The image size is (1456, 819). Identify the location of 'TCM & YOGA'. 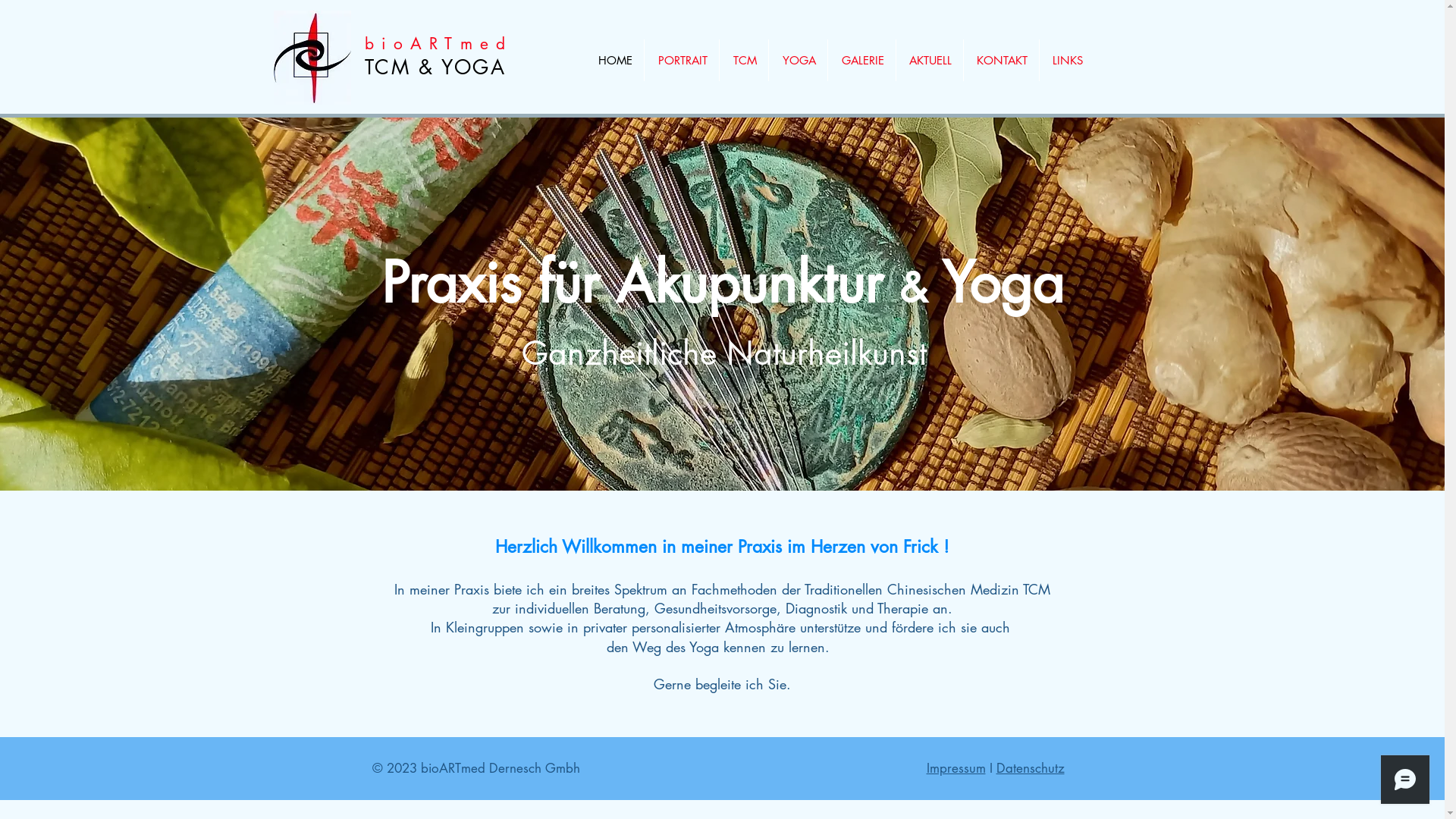
(434, 66).